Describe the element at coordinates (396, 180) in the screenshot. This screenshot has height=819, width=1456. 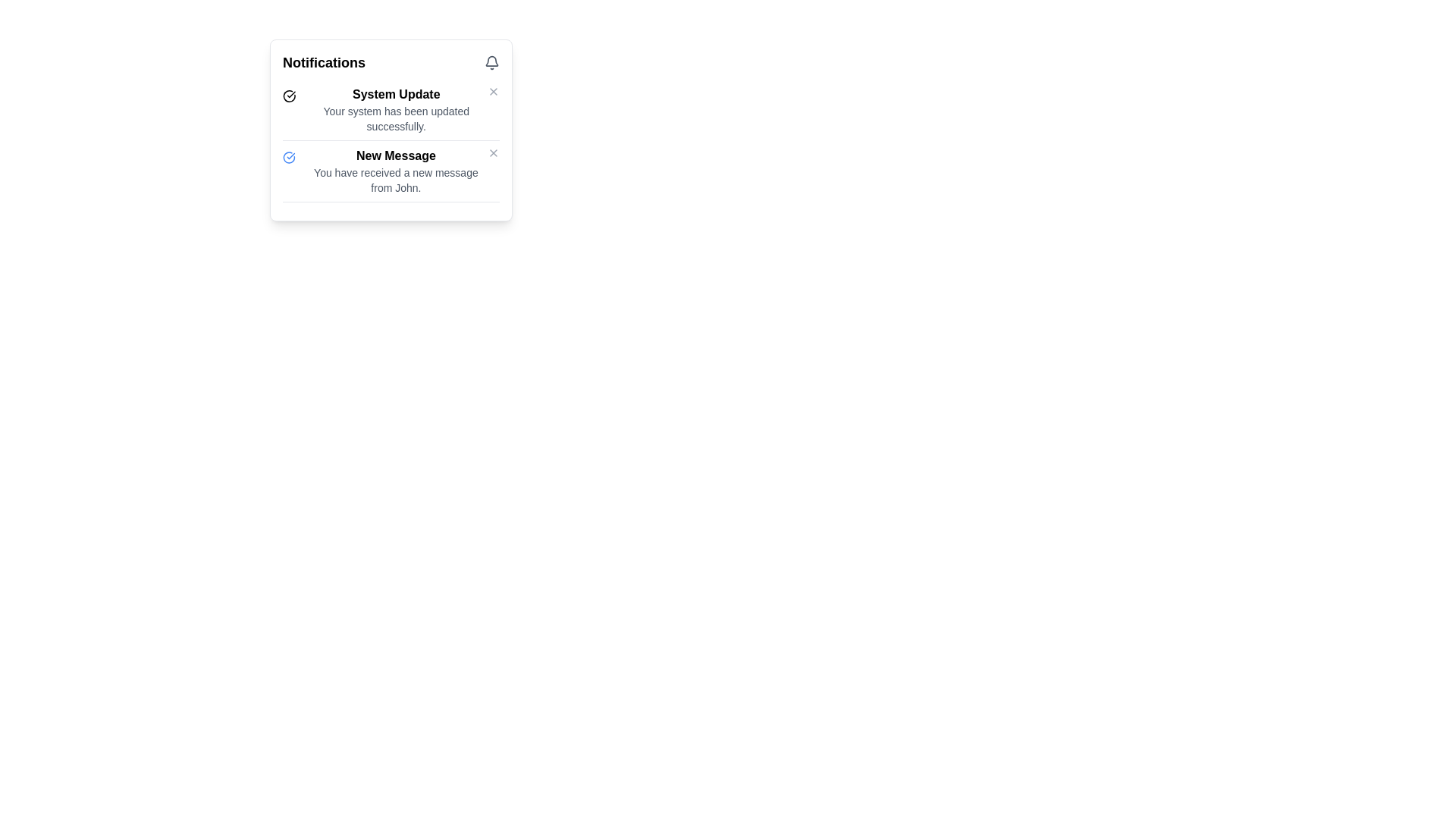
I see `the text element that reads 'You have received a new message from John.' located in the notification card under the header 'New Message'` at that location.